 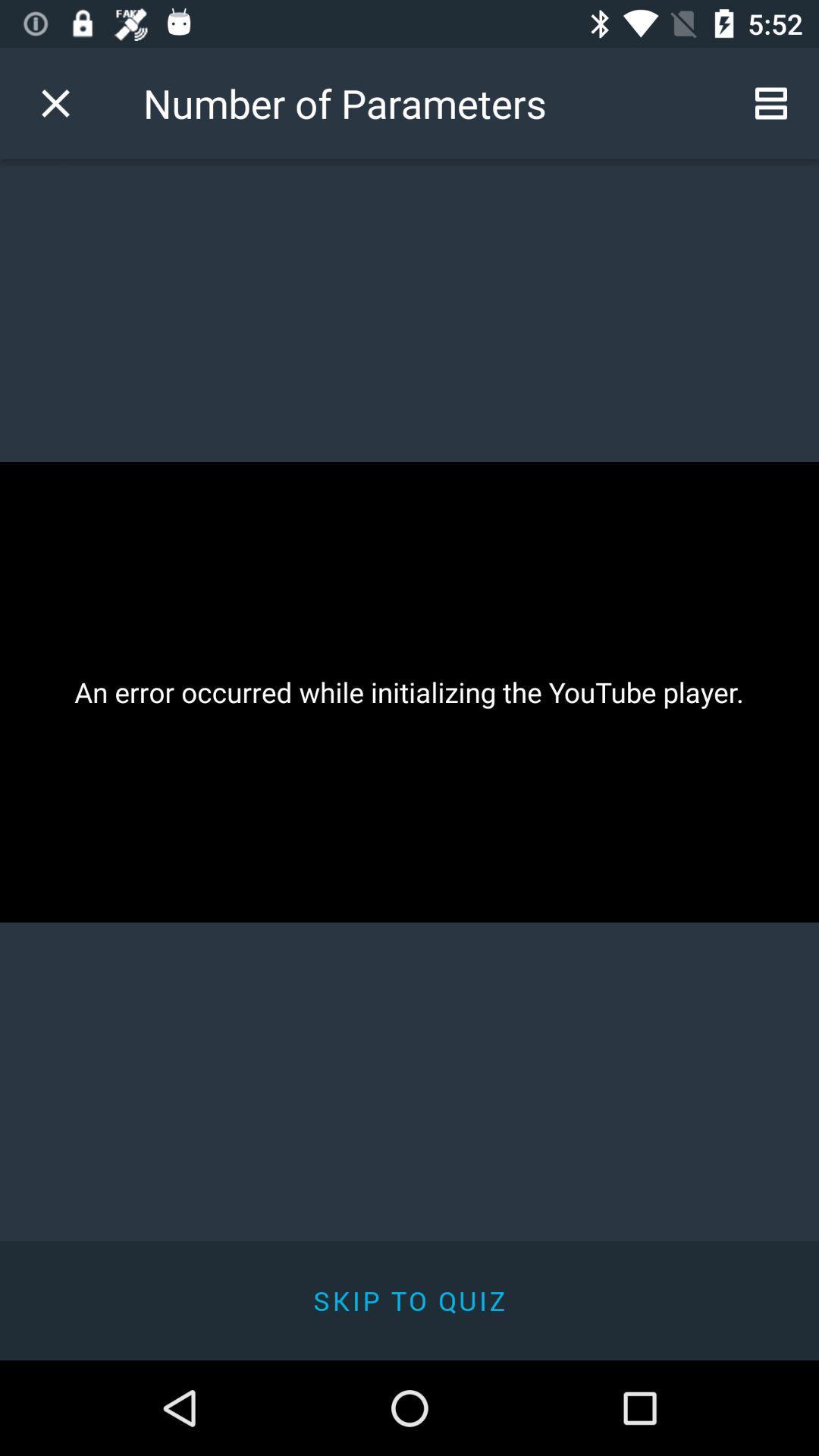 I want to click on icon to the right of the number of parameters item, so click(x=771, y=102).